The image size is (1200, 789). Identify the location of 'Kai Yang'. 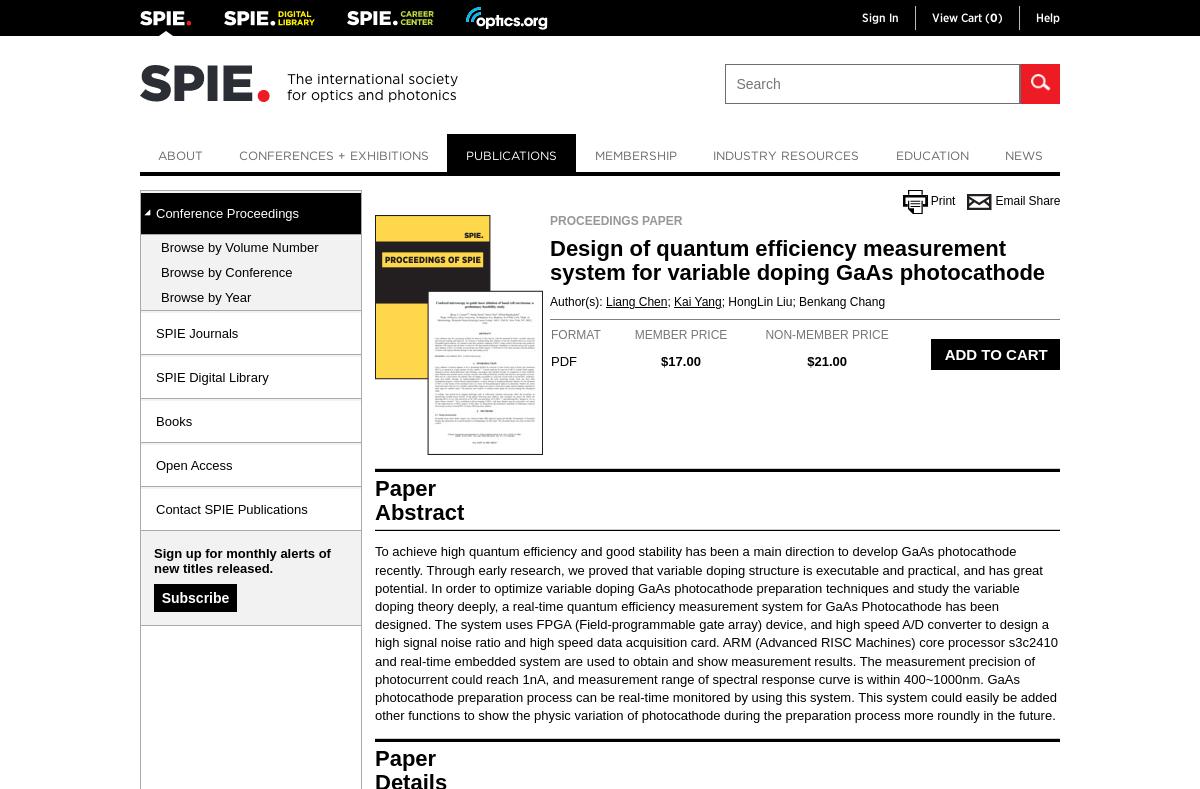
(697, 302).